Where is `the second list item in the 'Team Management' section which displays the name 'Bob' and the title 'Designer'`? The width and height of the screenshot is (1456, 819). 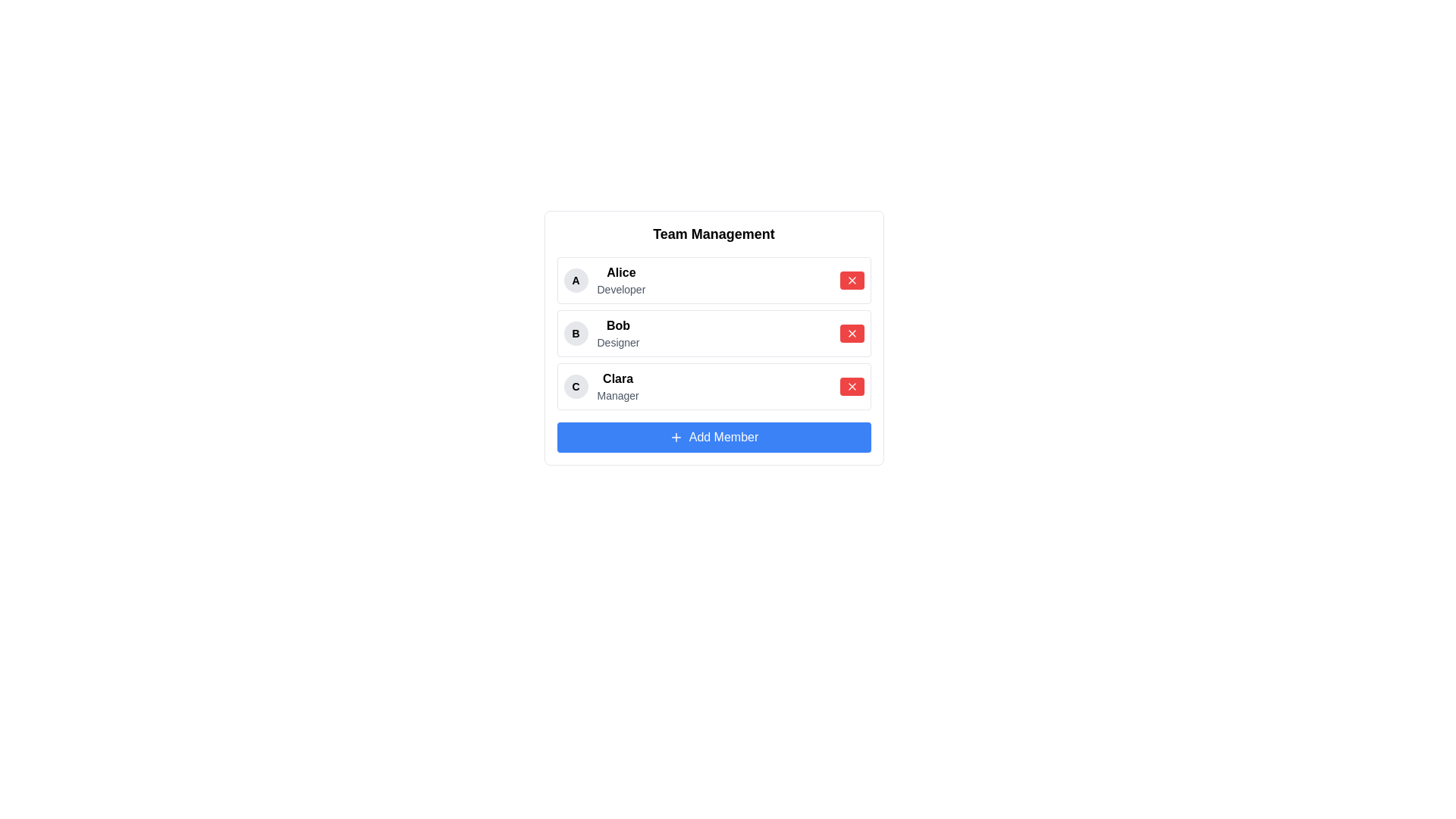 the second list item in the 'Team Management' section which displays the name 'Bob' and the title 'Designer' is located at coordinates (713, 332).